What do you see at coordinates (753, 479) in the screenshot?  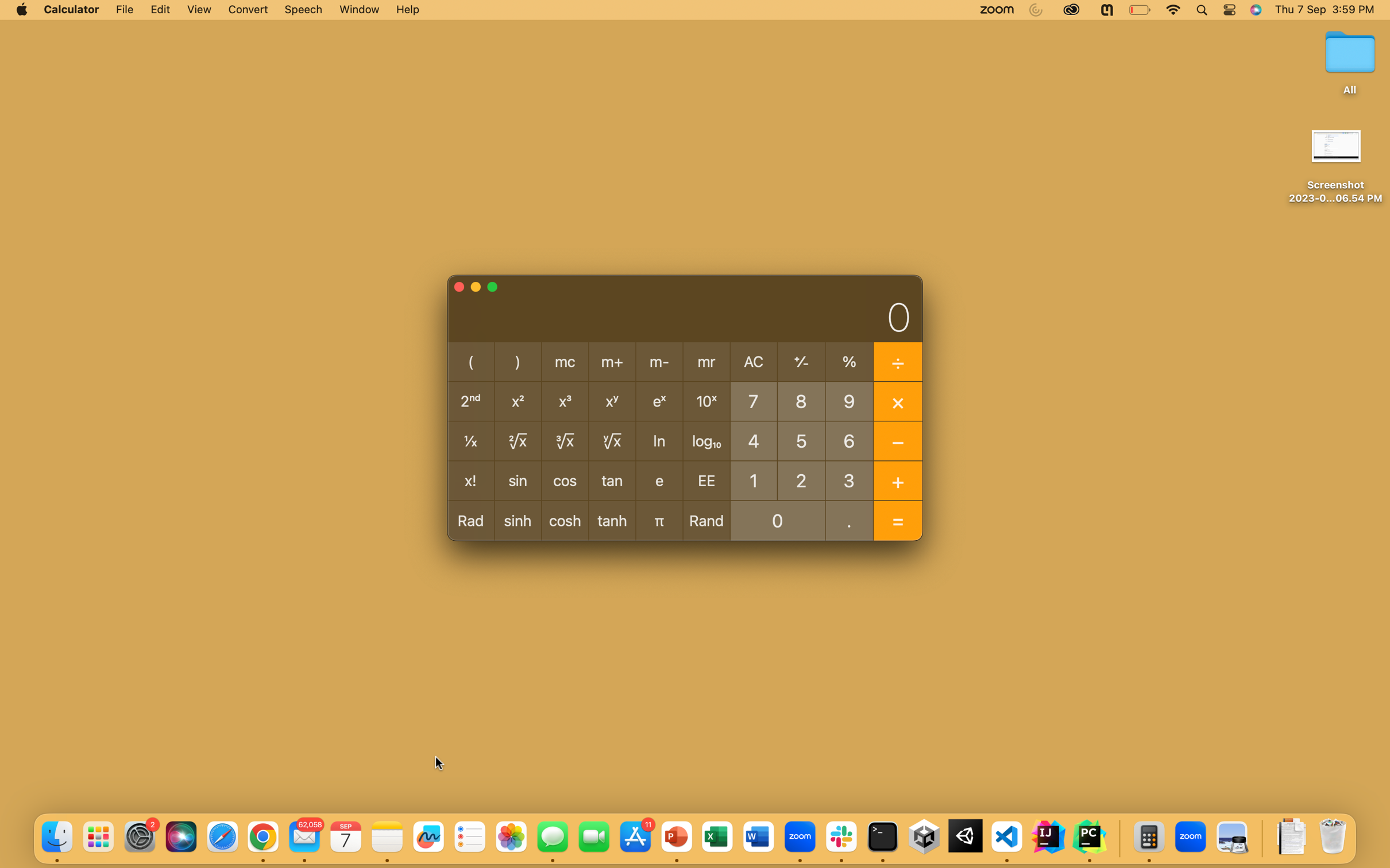 I see `Calculate the natural logarithm of 10` at bounding box center [753, 479].